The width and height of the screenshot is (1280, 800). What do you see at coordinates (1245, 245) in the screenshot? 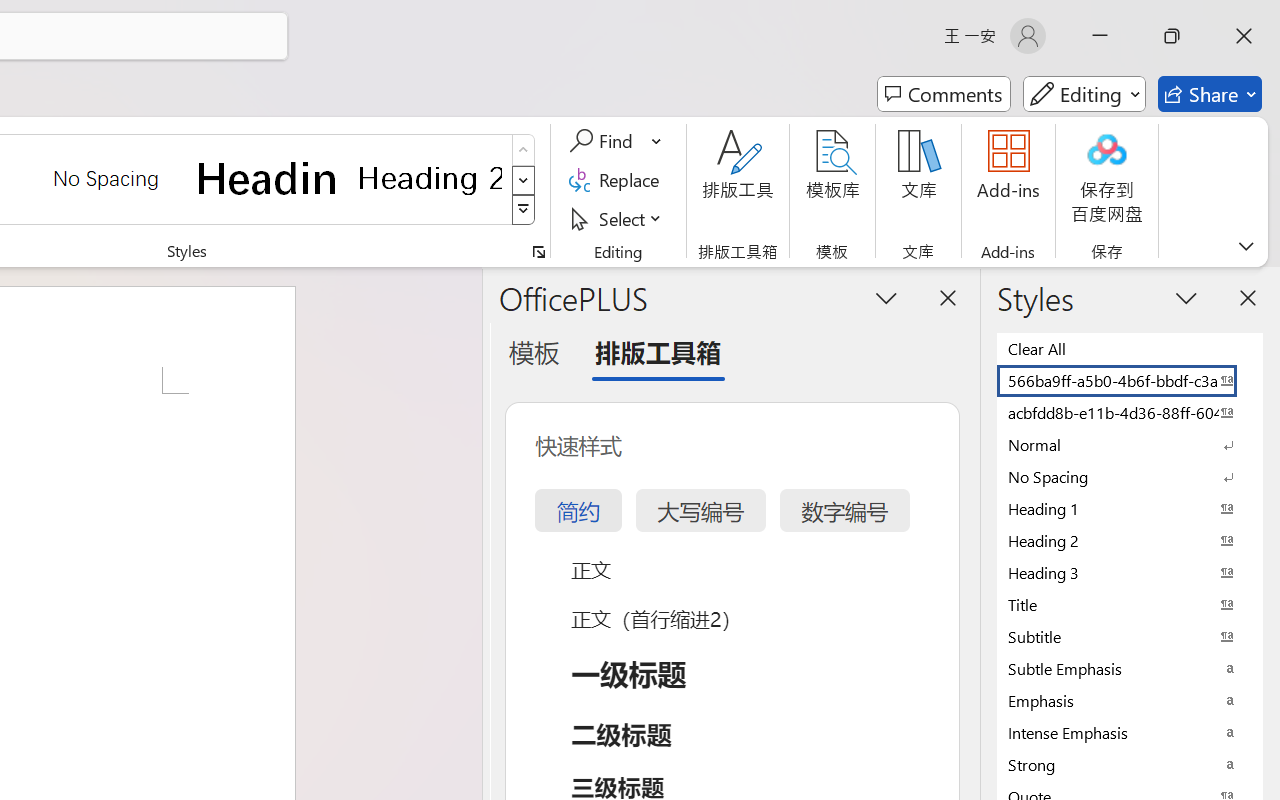
I see `'Ribbon Display Options'` at bounding box center [1245, 245].